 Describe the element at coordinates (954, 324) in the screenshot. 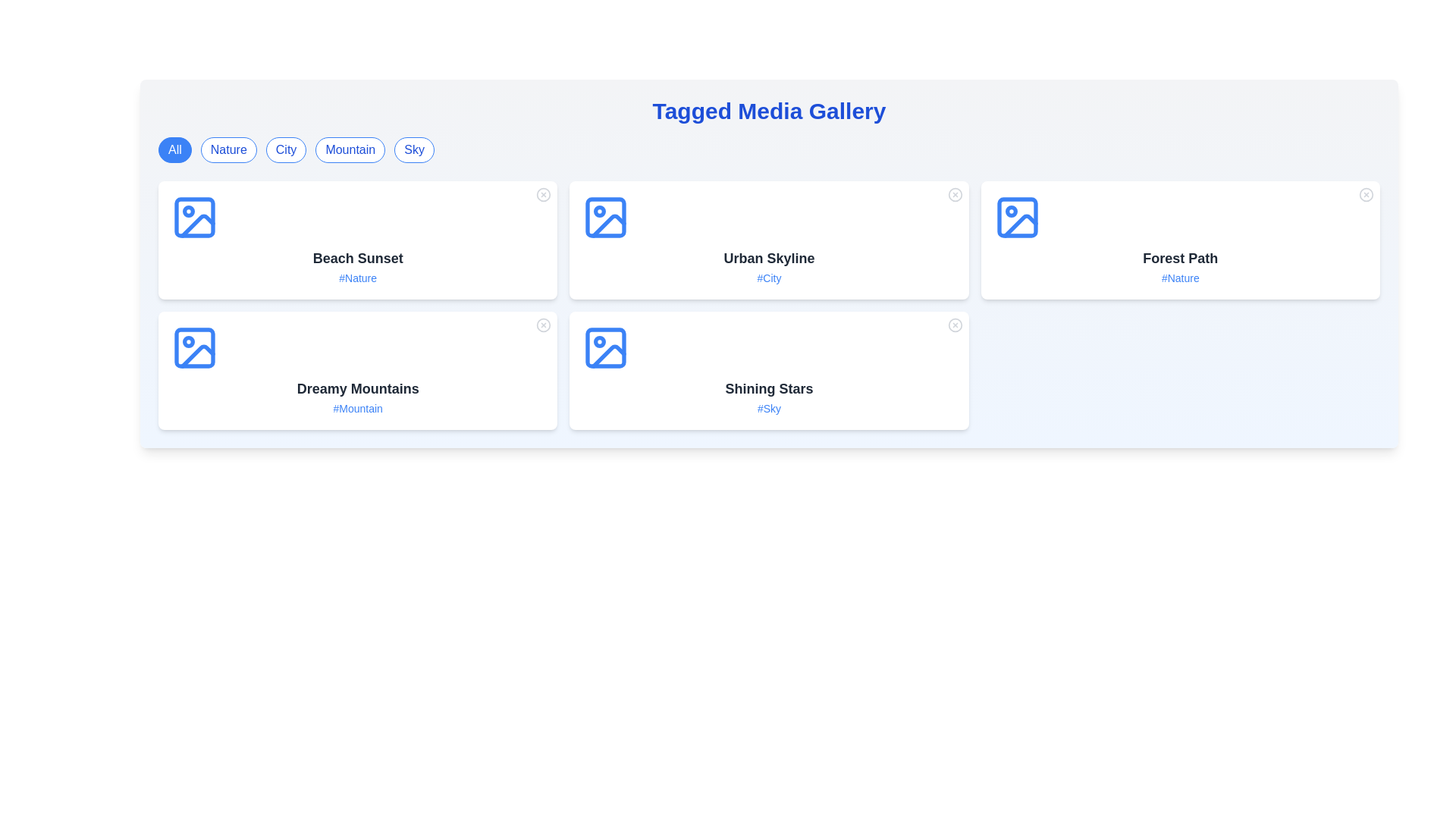

I see `the close button of a media item identified by Shining Stars` at that location.